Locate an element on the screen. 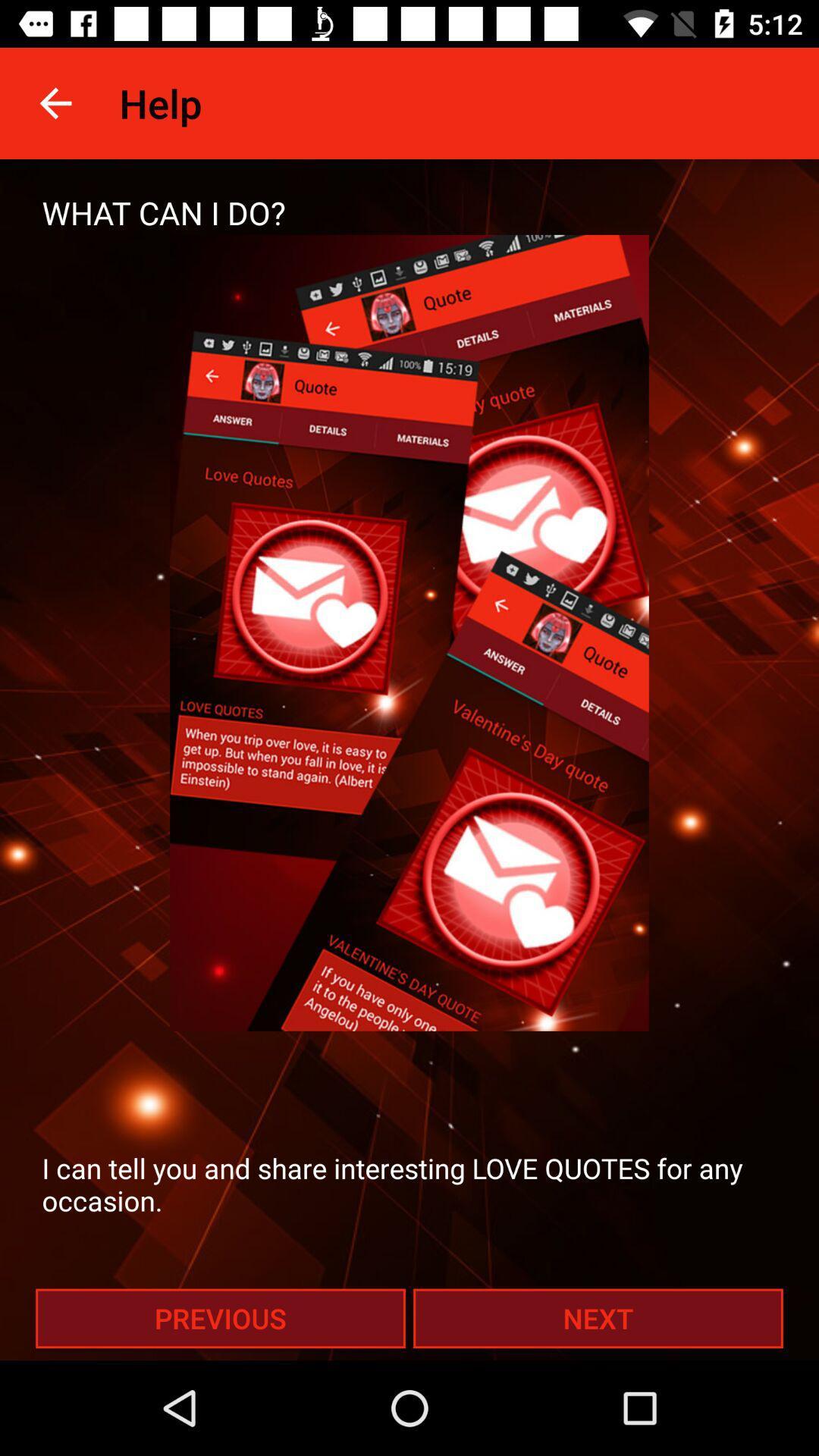 The width and height of the screenshot is (819, 1456). the item below the i can tell icon is located at coordinates (598, 1317).